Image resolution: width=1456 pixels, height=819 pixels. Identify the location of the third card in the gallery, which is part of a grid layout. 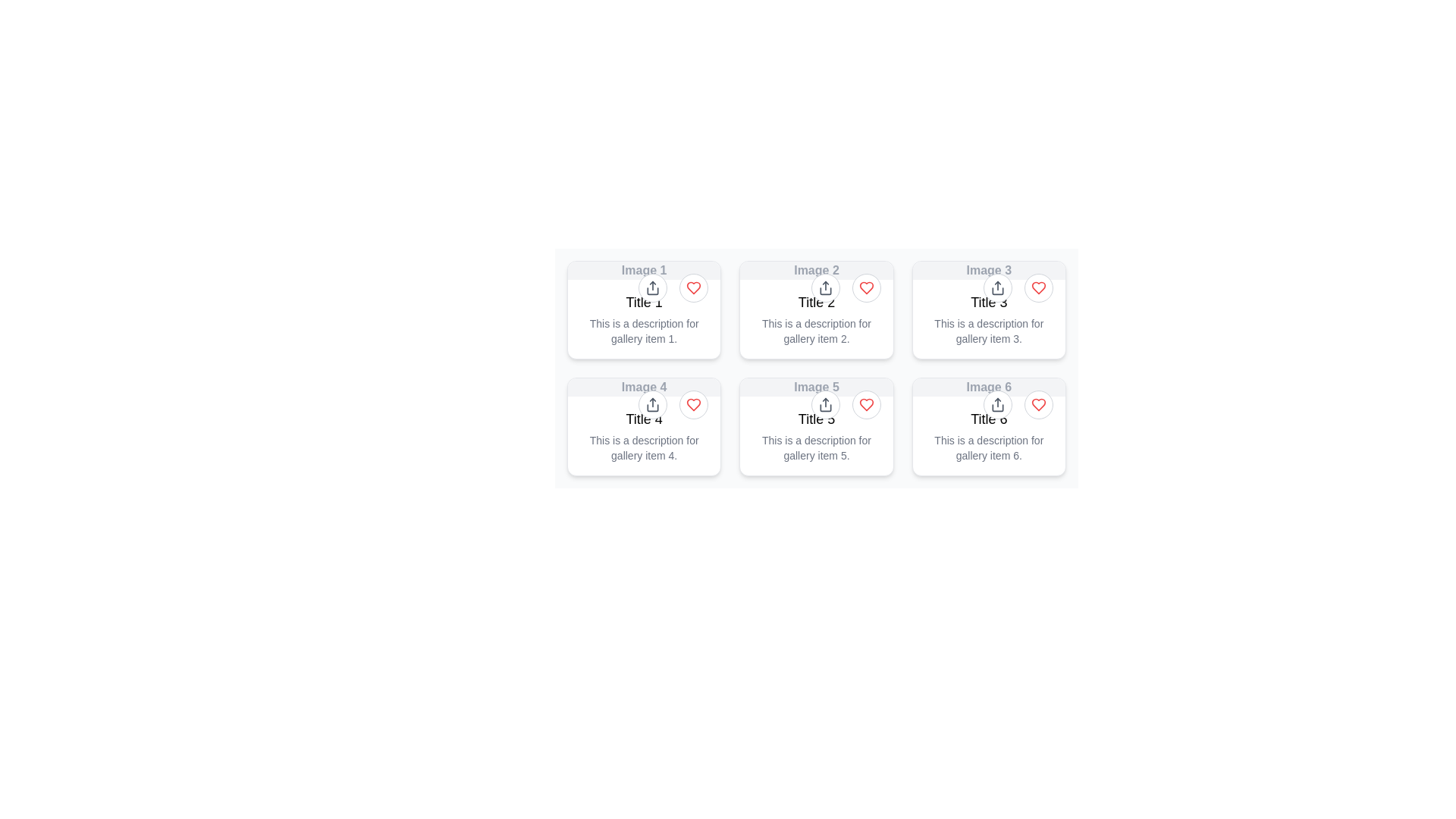
(989, 309).